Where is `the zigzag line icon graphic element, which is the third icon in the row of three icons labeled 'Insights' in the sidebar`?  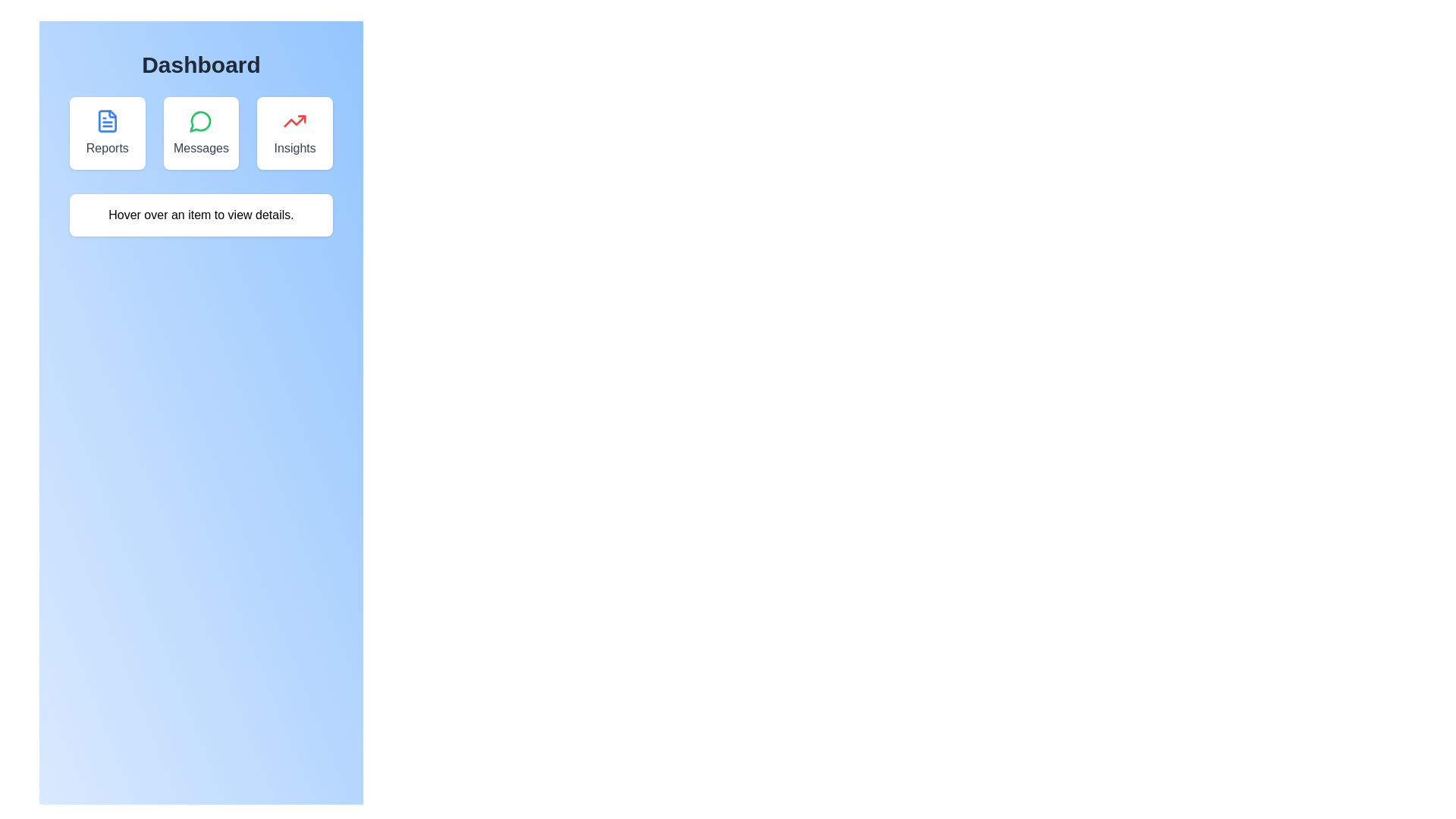 the zigzag line icon graphic element, which is the third icon in the row of three icons labeled 'Insights' in the sidebar is located at coordinates (295, 120).